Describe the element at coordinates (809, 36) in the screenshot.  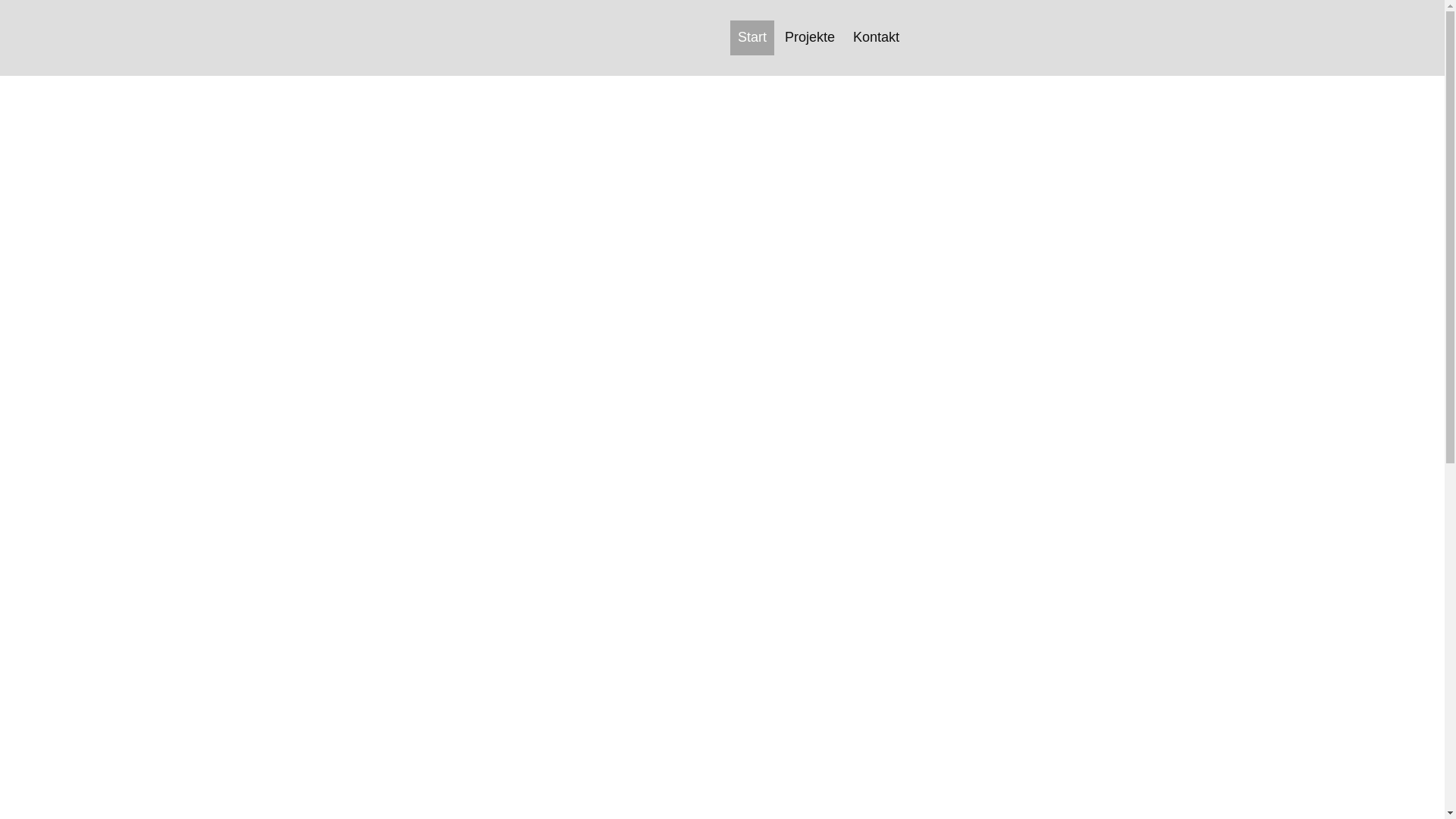
I see `'Projekte'` at that location.